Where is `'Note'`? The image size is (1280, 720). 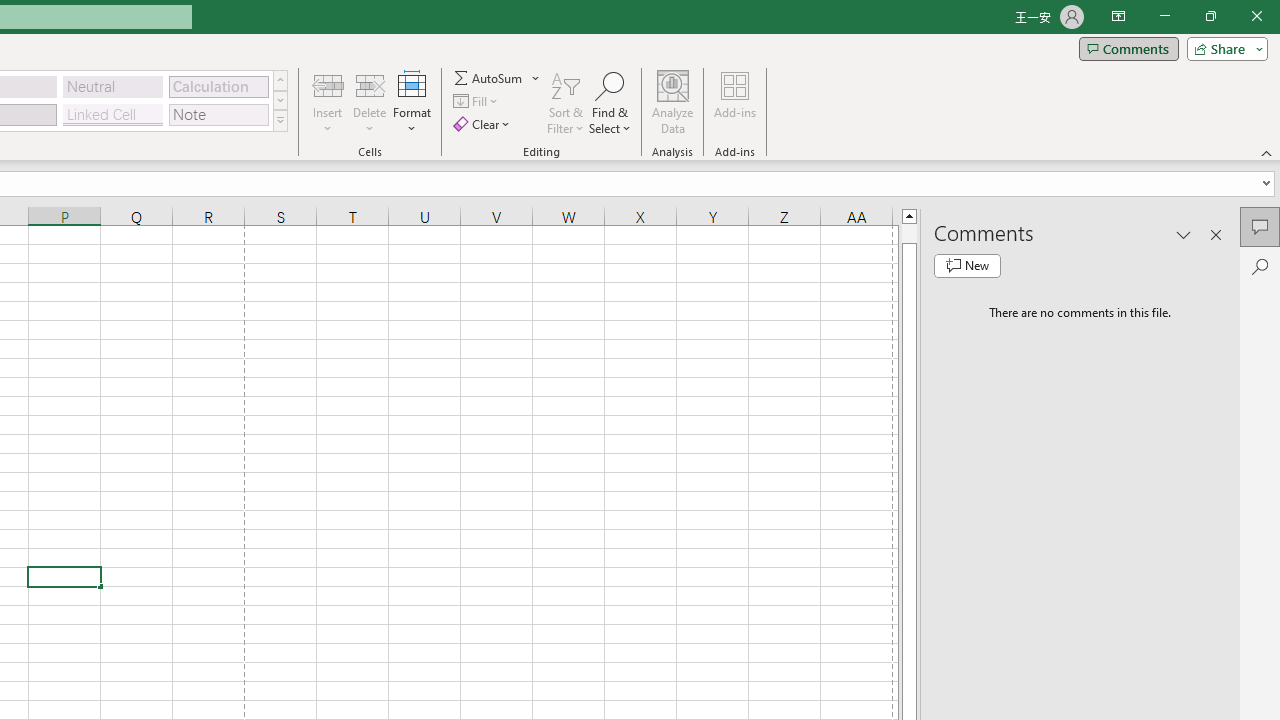 'Note' is located at coordinates (218, 114).